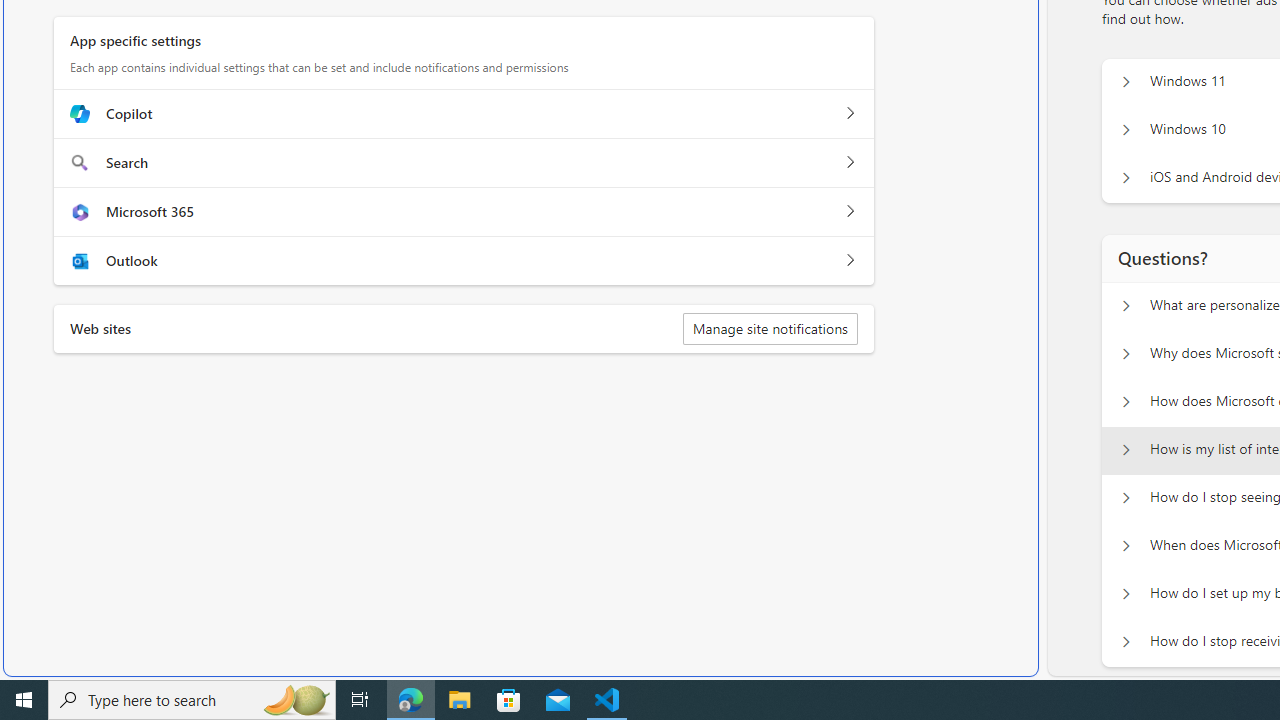 The width and height of the screenshot is (1280, 720). What do you see at coordinates (768, 328) in the screenshot?
I see `'Manage site notifications'` at bounding box center [768, 328].